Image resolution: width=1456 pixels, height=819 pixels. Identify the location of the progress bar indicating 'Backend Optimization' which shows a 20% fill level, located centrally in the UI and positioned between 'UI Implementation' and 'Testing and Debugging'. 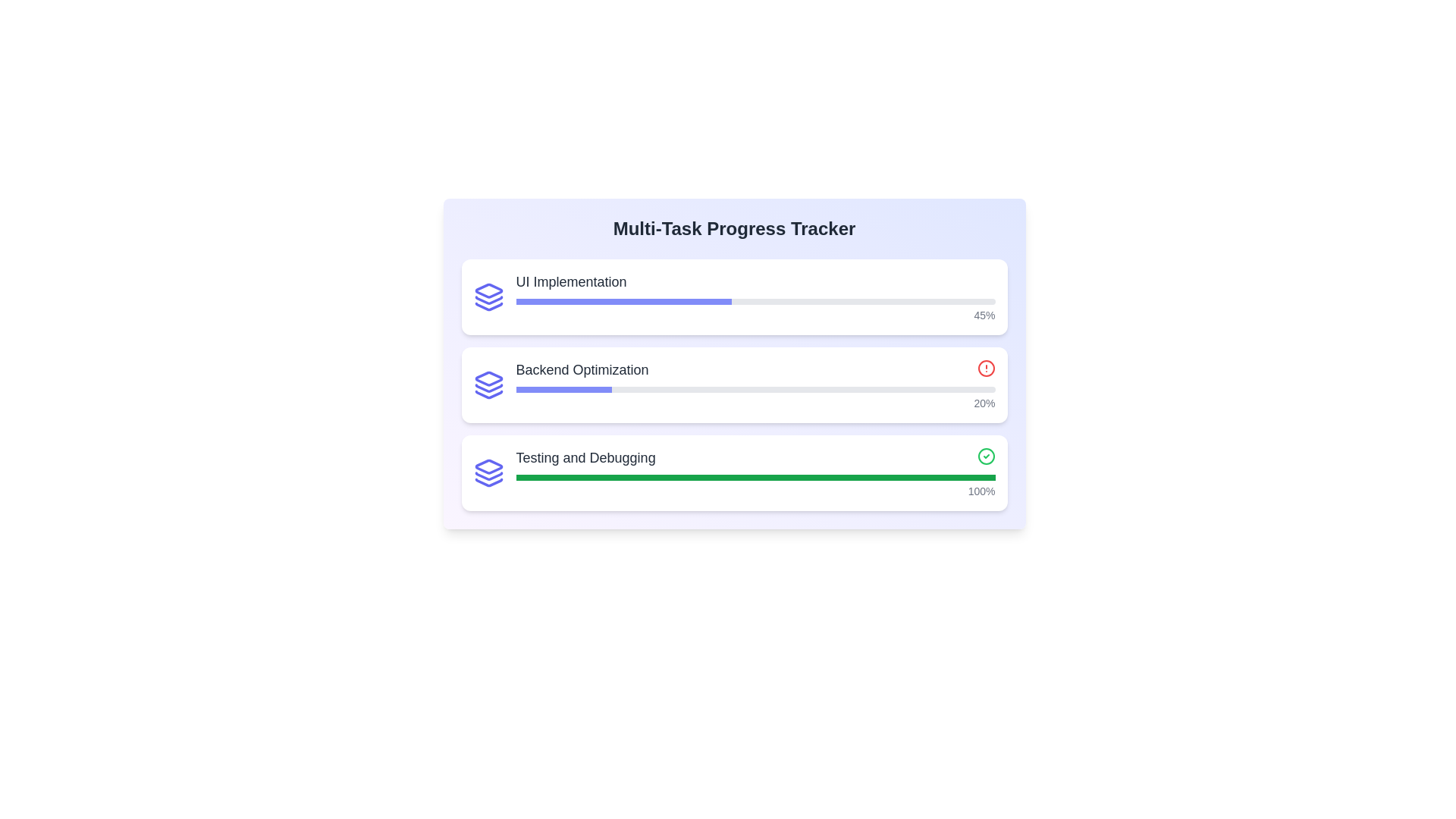
(734, 384).